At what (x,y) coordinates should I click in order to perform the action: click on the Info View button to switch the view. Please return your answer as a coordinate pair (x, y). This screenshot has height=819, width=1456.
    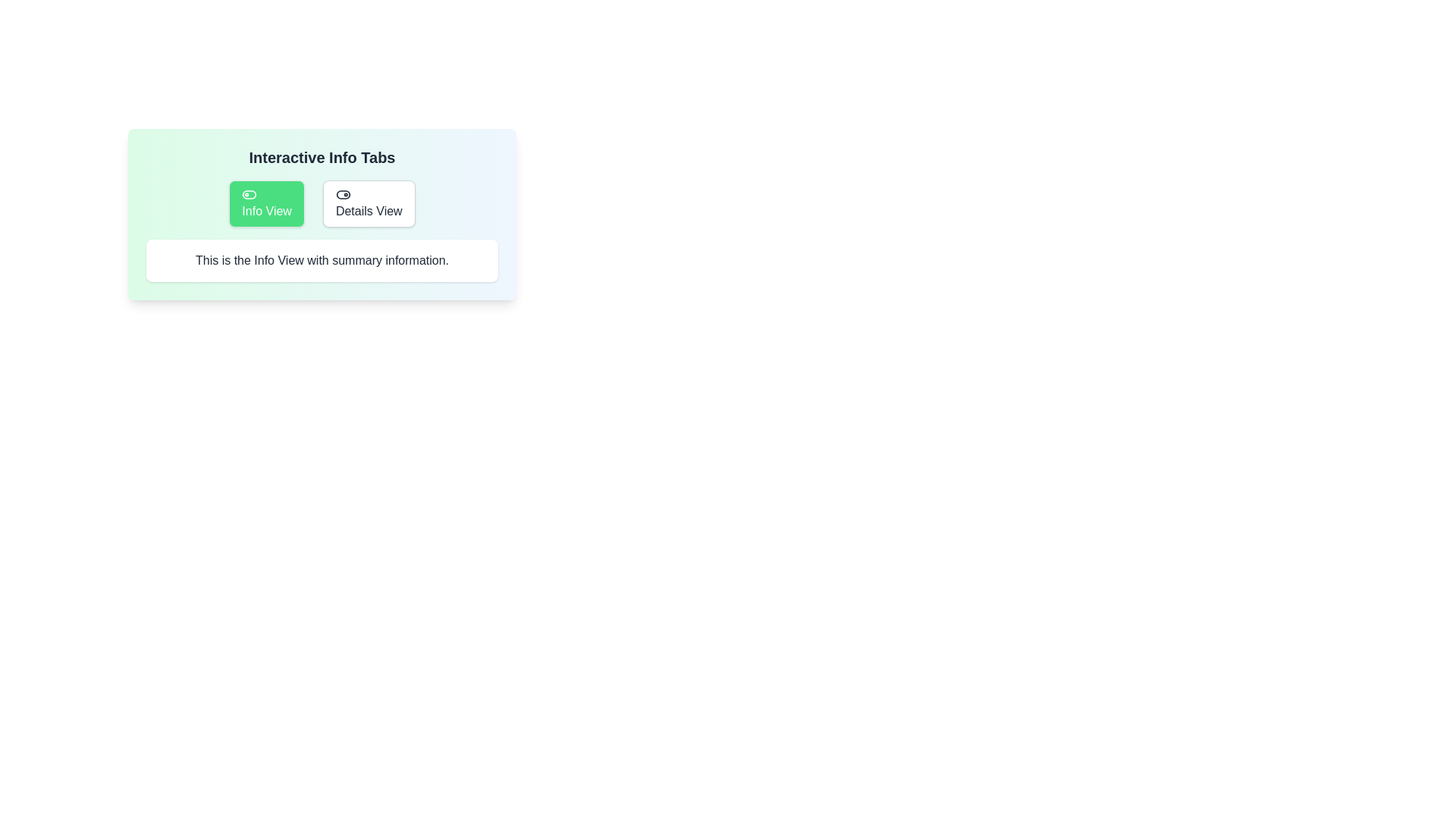
    Looking at the image, I should click on (266, 203).